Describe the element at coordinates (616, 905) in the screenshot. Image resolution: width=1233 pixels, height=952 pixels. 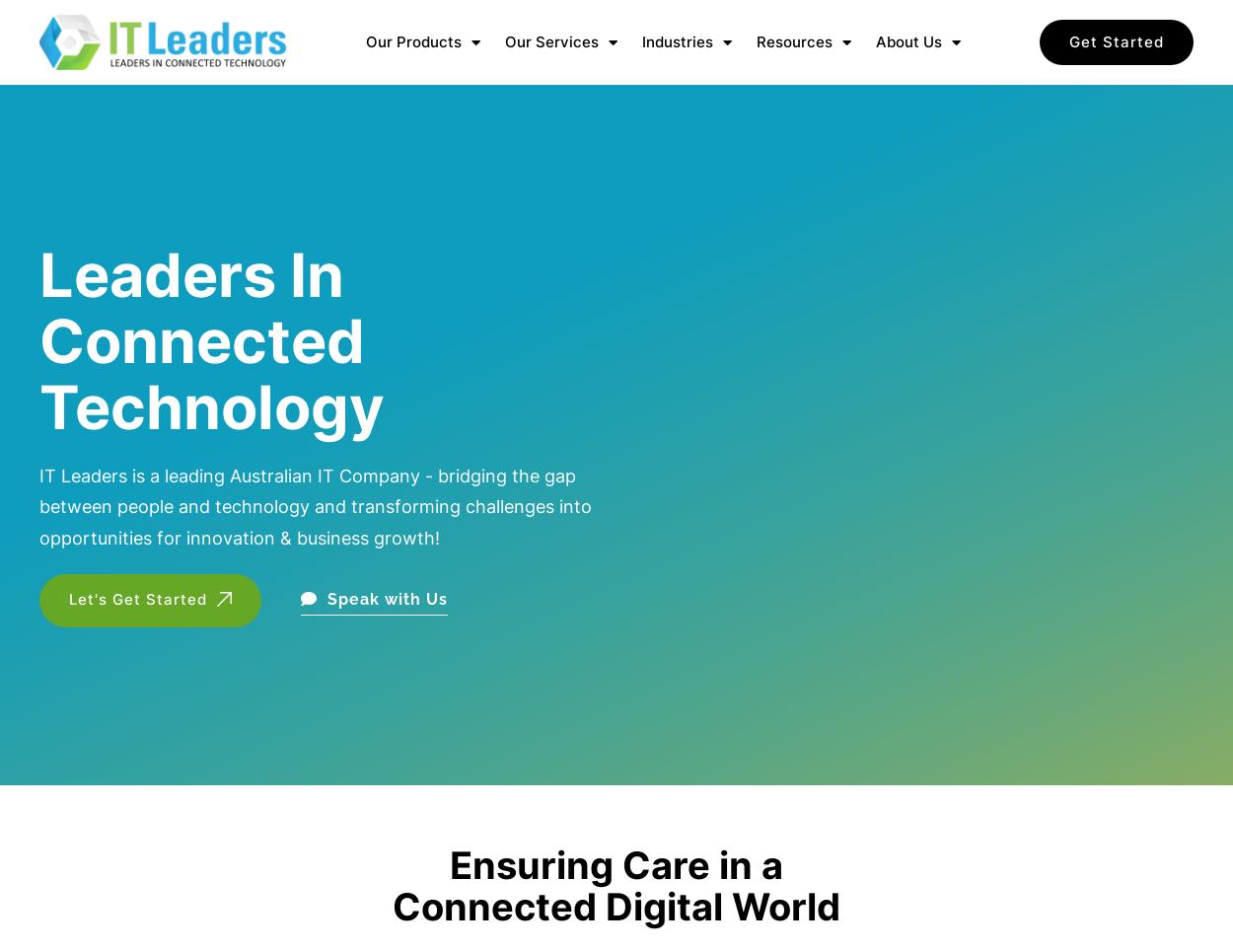
I see `'Connected Digital World'` at that location.